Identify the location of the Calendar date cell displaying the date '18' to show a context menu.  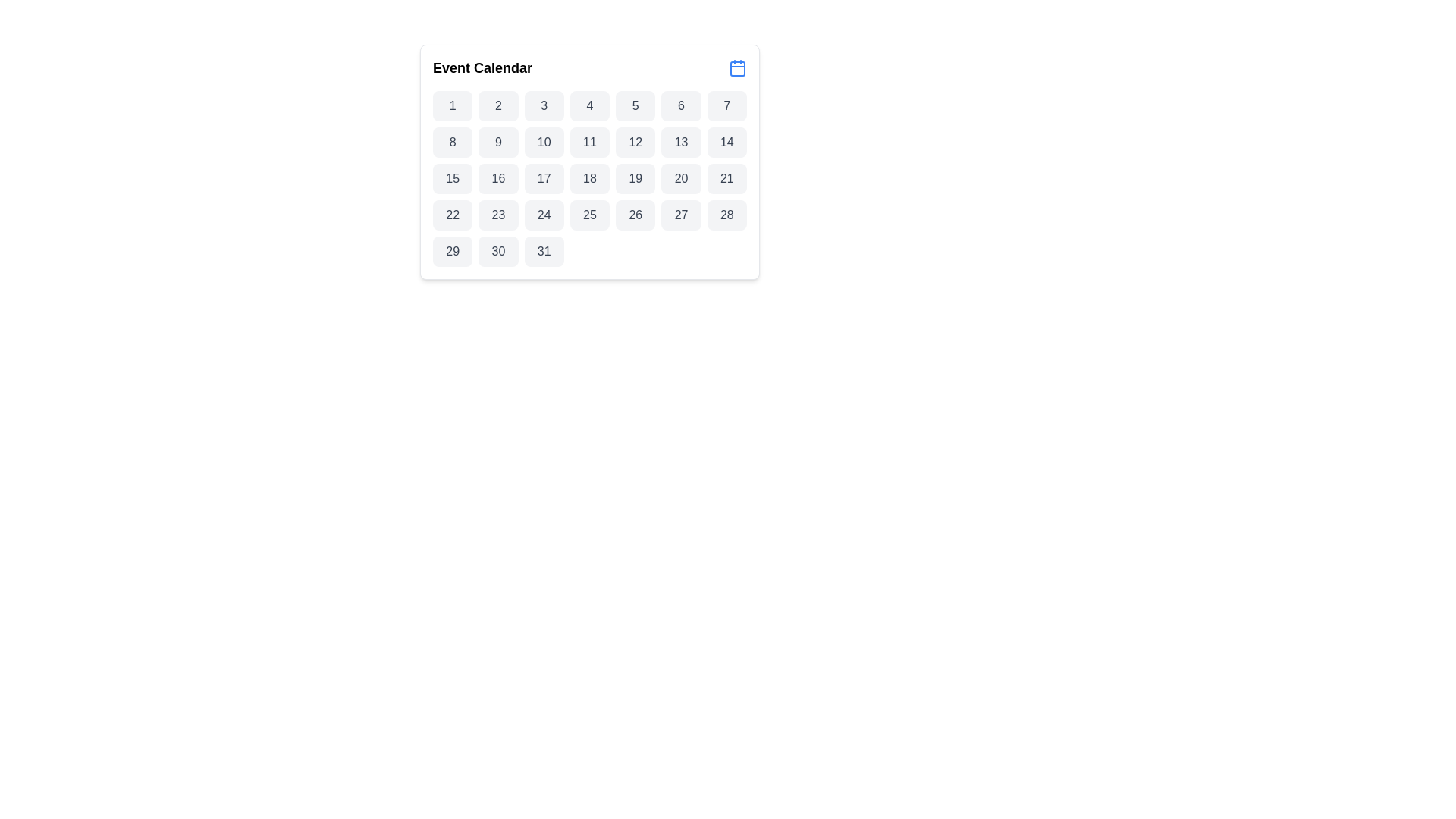
(588, 177).